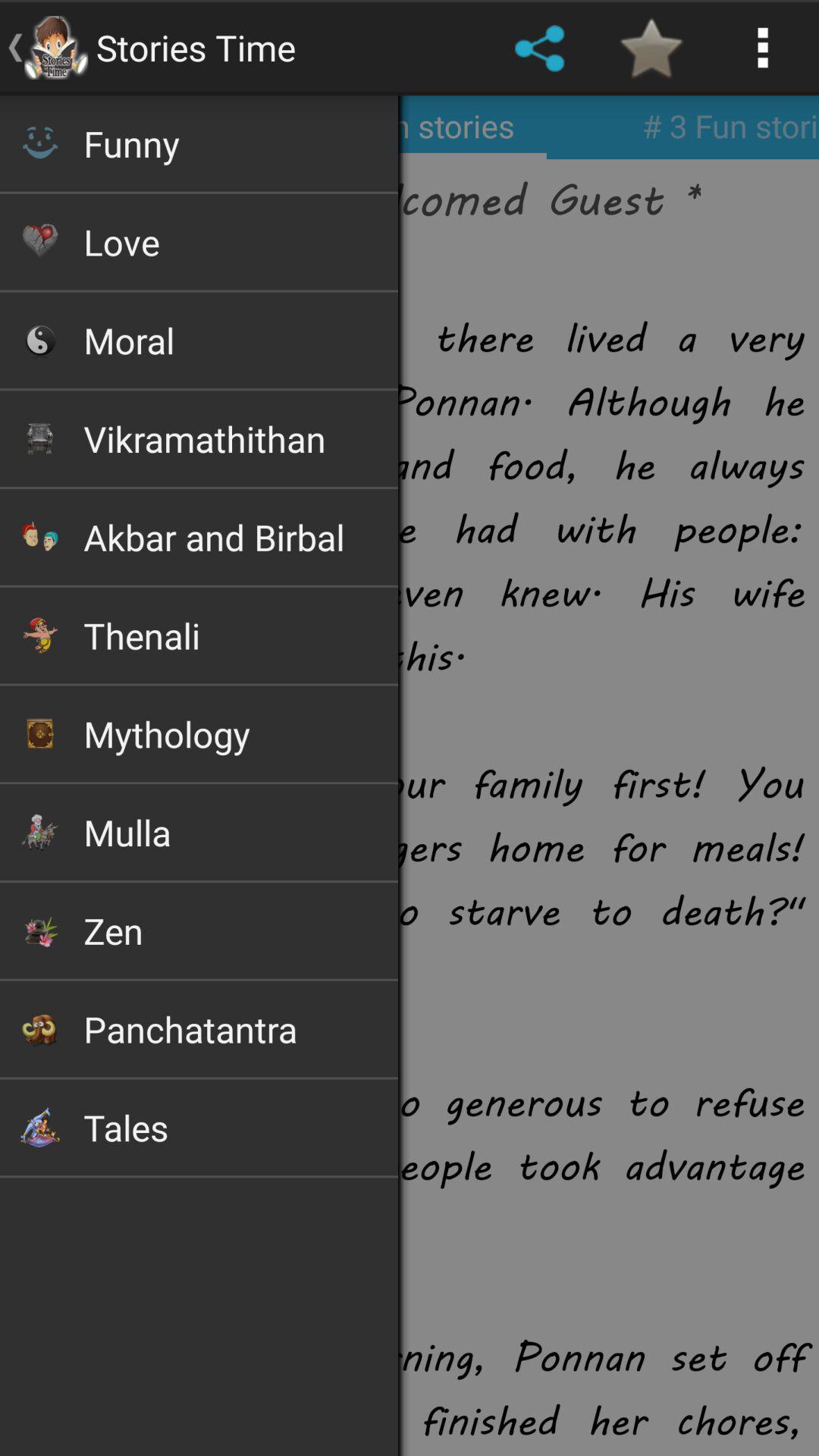 The image size is (819, 1456). I want to click on image left to mythology, so click(39, 733).